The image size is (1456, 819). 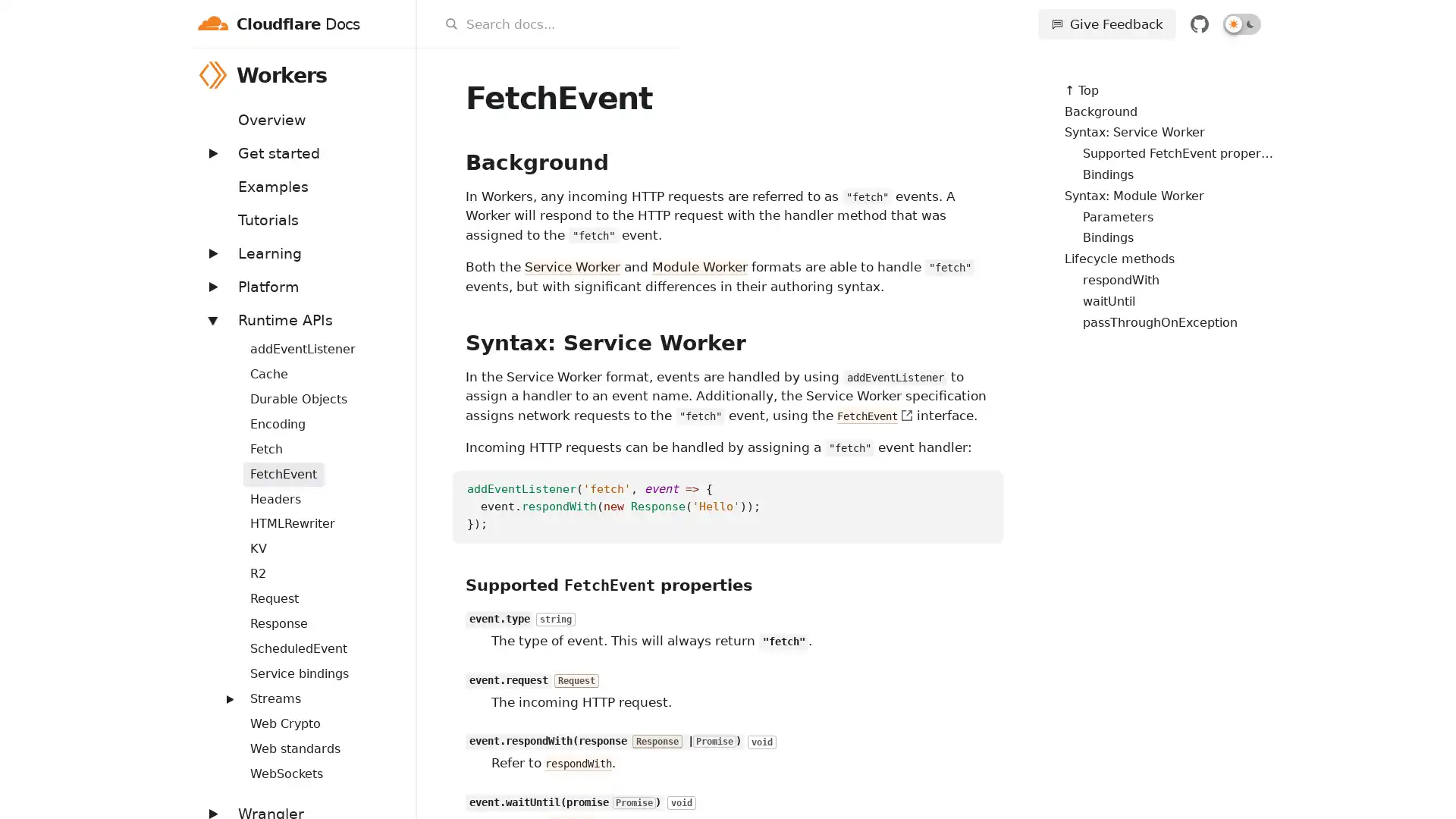 What do you see at coordinates (211, 152) in the screenshot?
I see `Expand: Get started` at bounding box center [211, 152].